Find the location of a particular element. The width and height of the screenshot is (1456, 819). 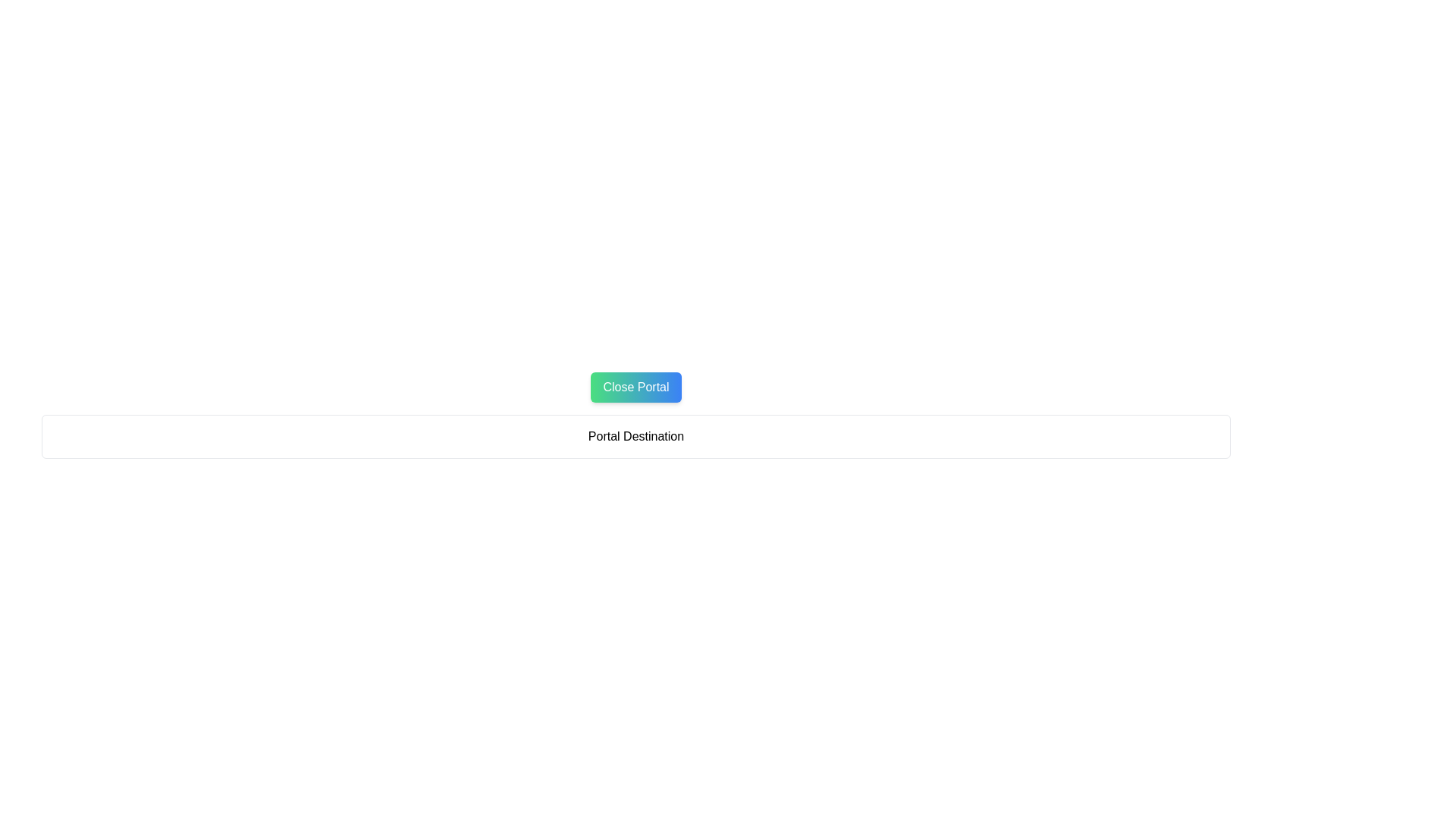

the rounded button with a gradient background labeled 'Close Portal' is located at coordinates (636, 386).